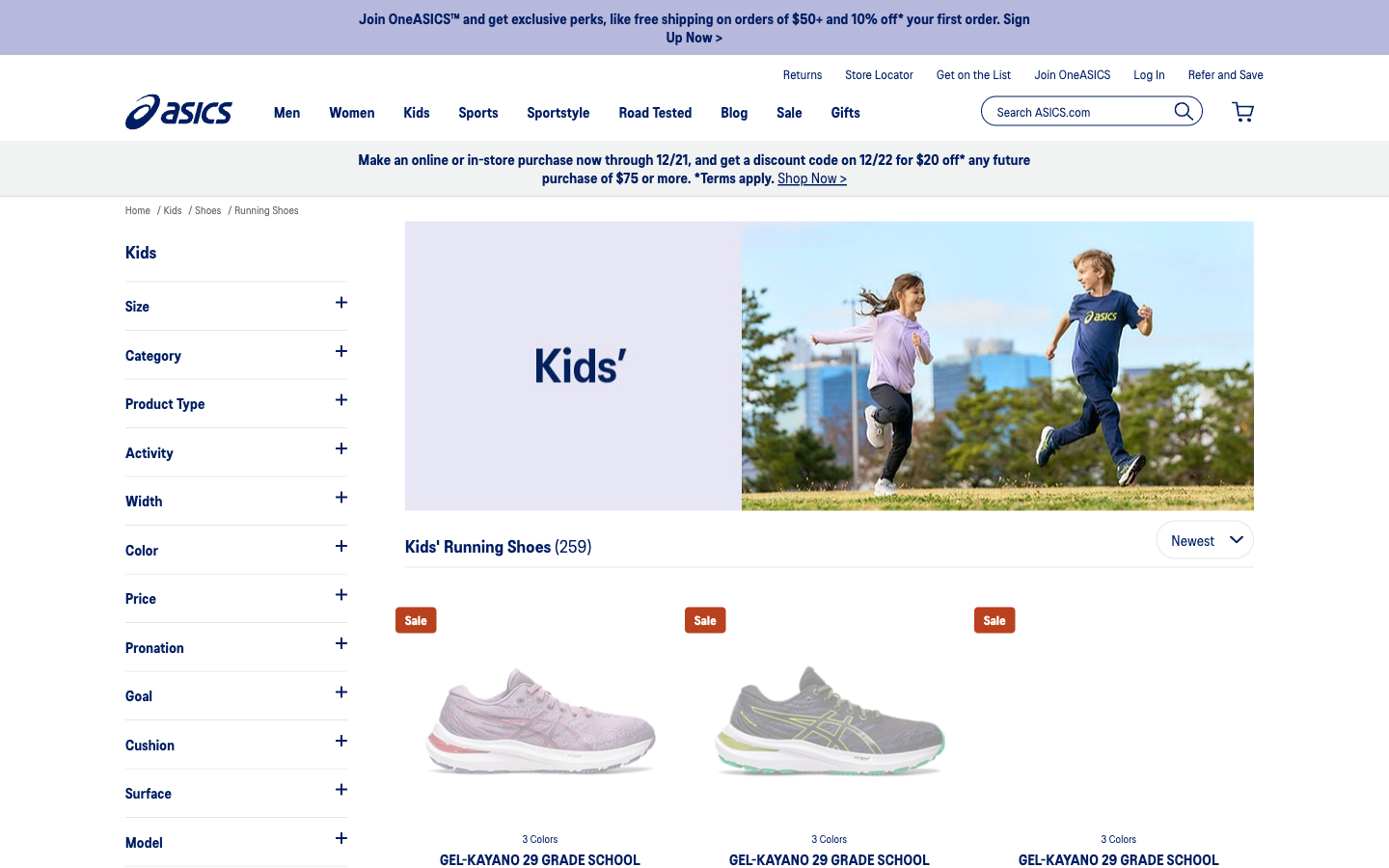 This screenshot has width=1389, height=868. What do you see at coordinates (286, 112) in the screenshot?
I see `the men"s shoes section instead of the children"s section` at bounding box center [286, 112].